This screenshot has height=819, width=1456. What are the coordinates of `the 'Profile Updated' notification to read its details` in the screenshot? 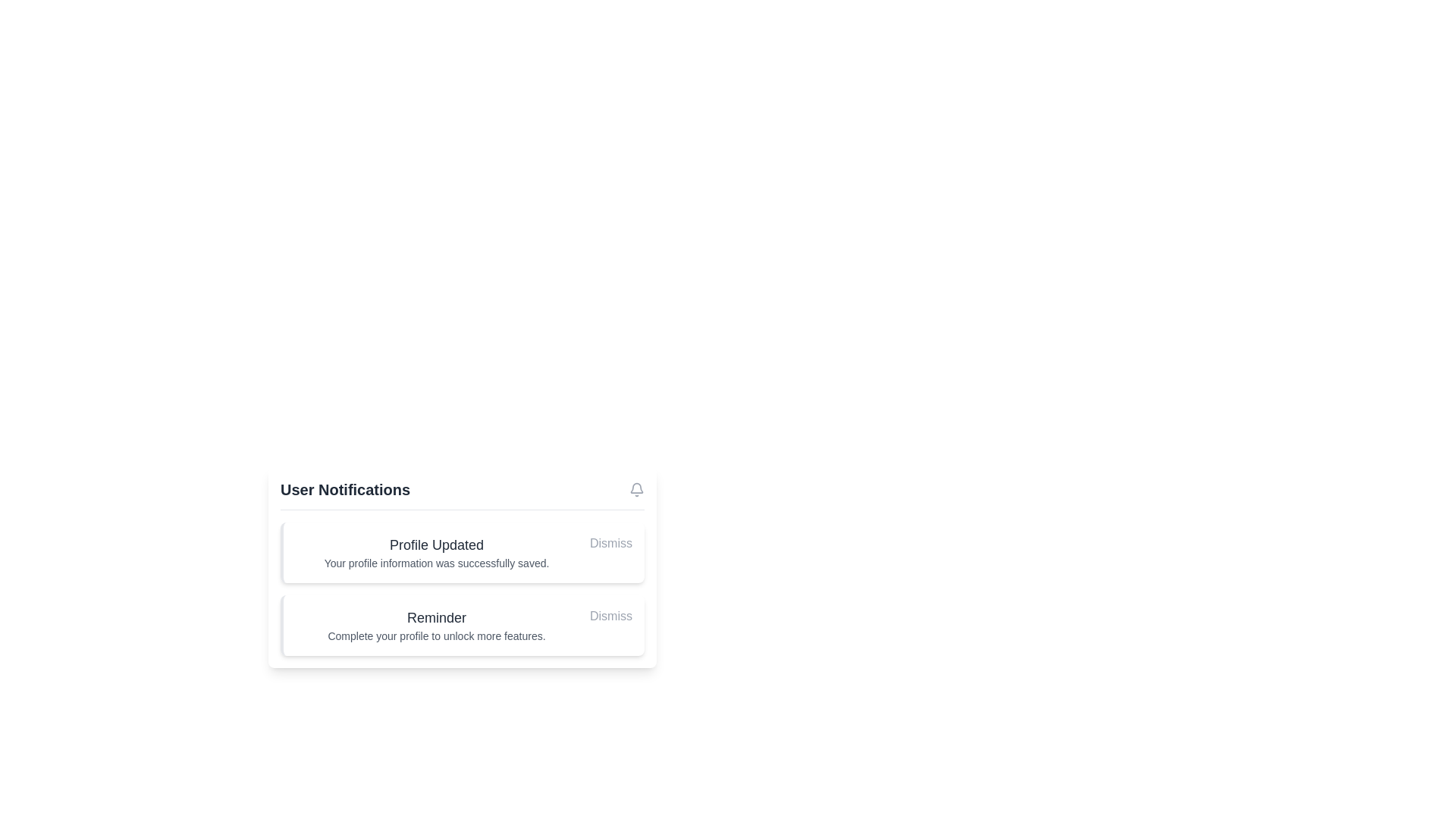 It's located at (436, 553).